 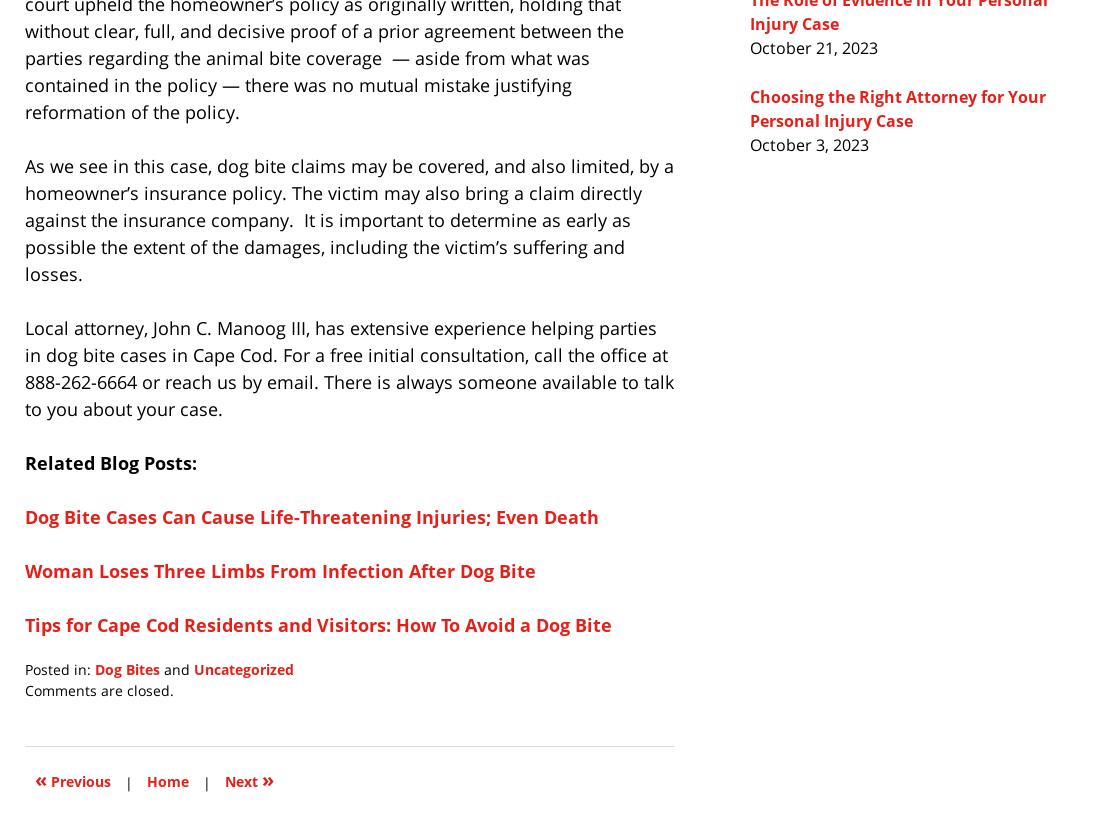 What do you see at coordinates (166, 781) in the screenshot?
I see `'Home'` at bounding box center [166, 781].